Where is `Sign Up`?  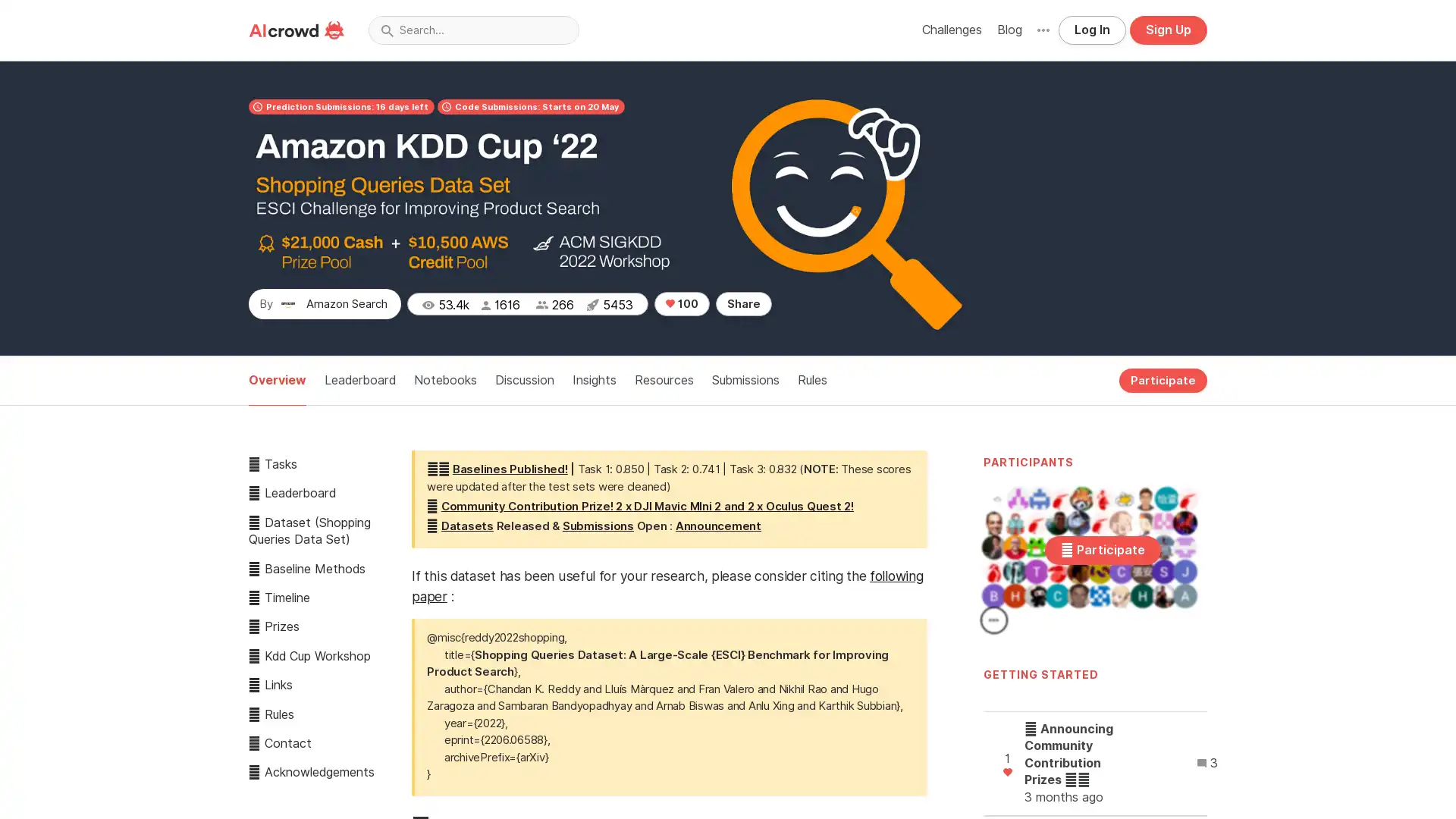
Sign Up is located at coordinates (1167, 30).